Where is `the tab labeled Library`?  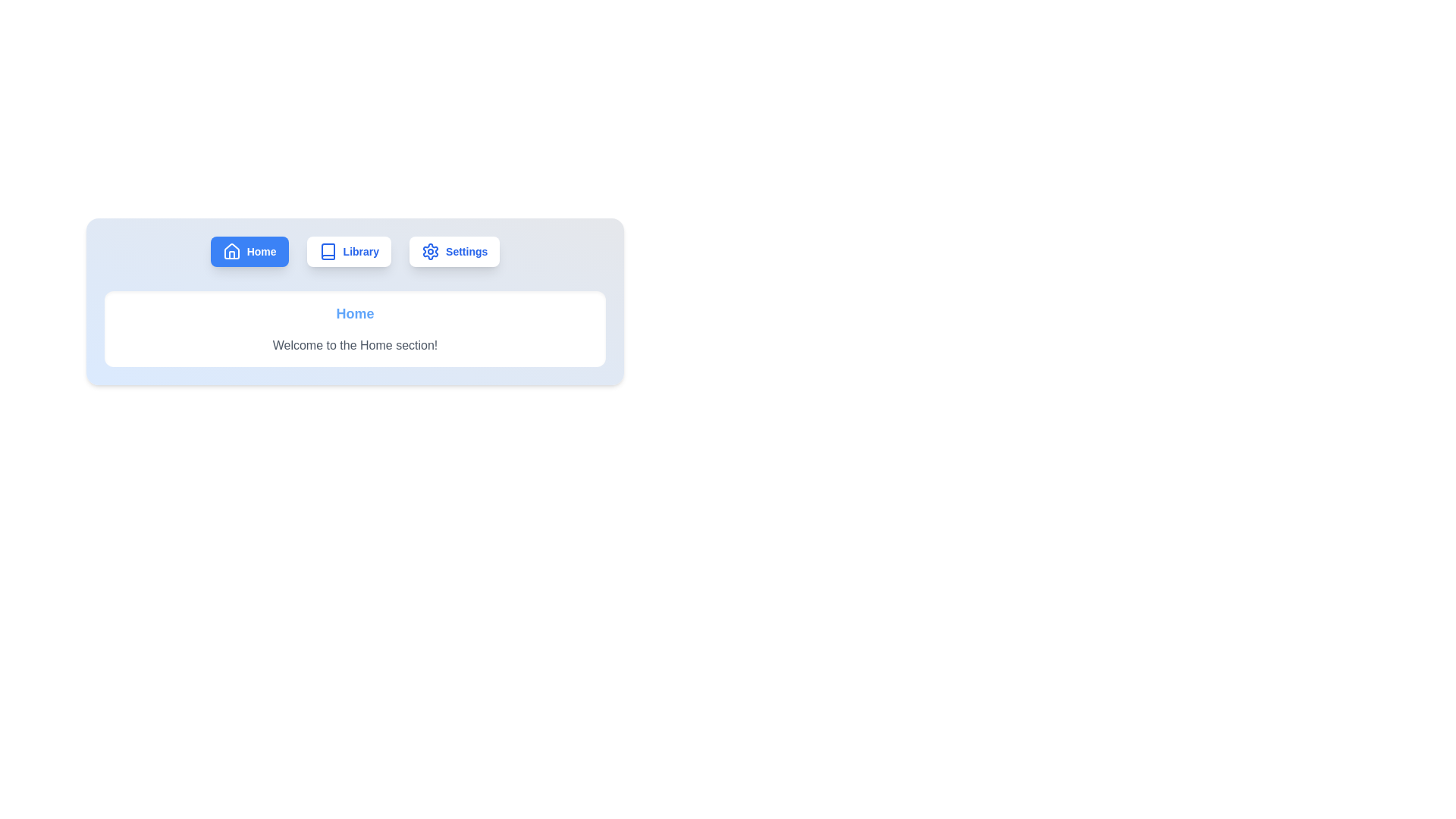 the tab labeled Library is located at coordinates (348, 250).